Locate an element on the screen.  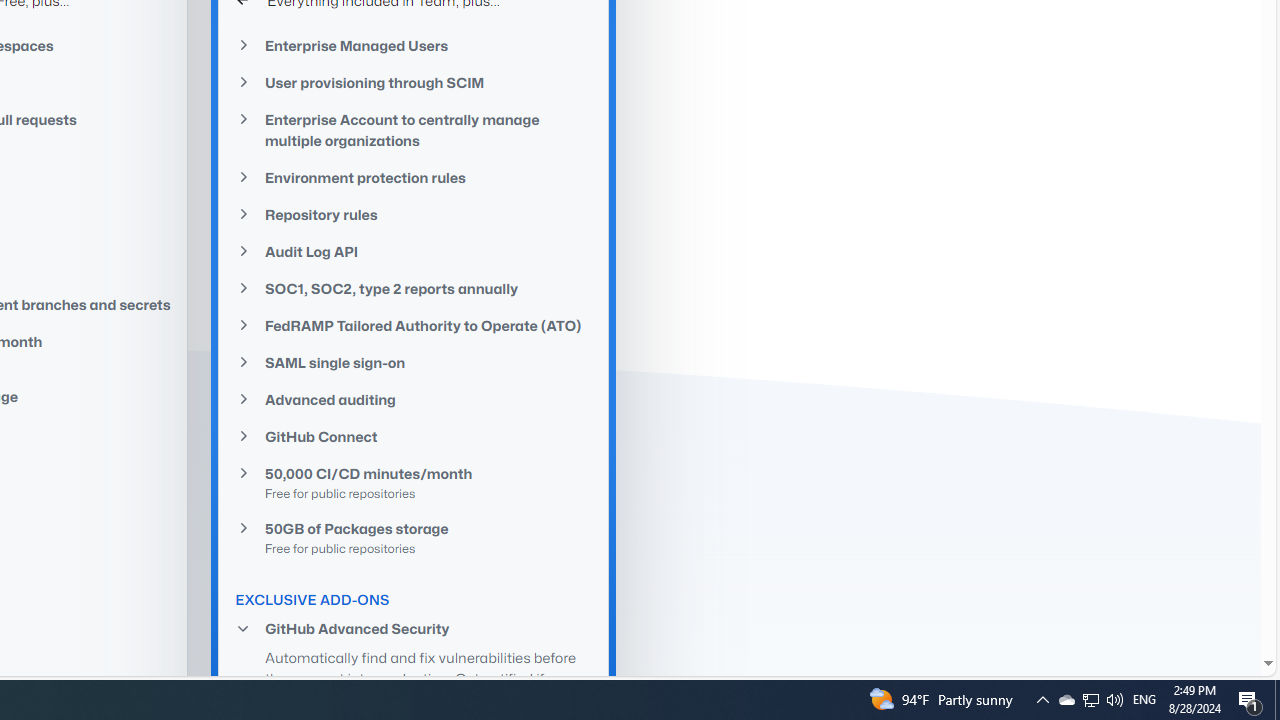
'Advanced auditing' is located at coordinates (413, 399).